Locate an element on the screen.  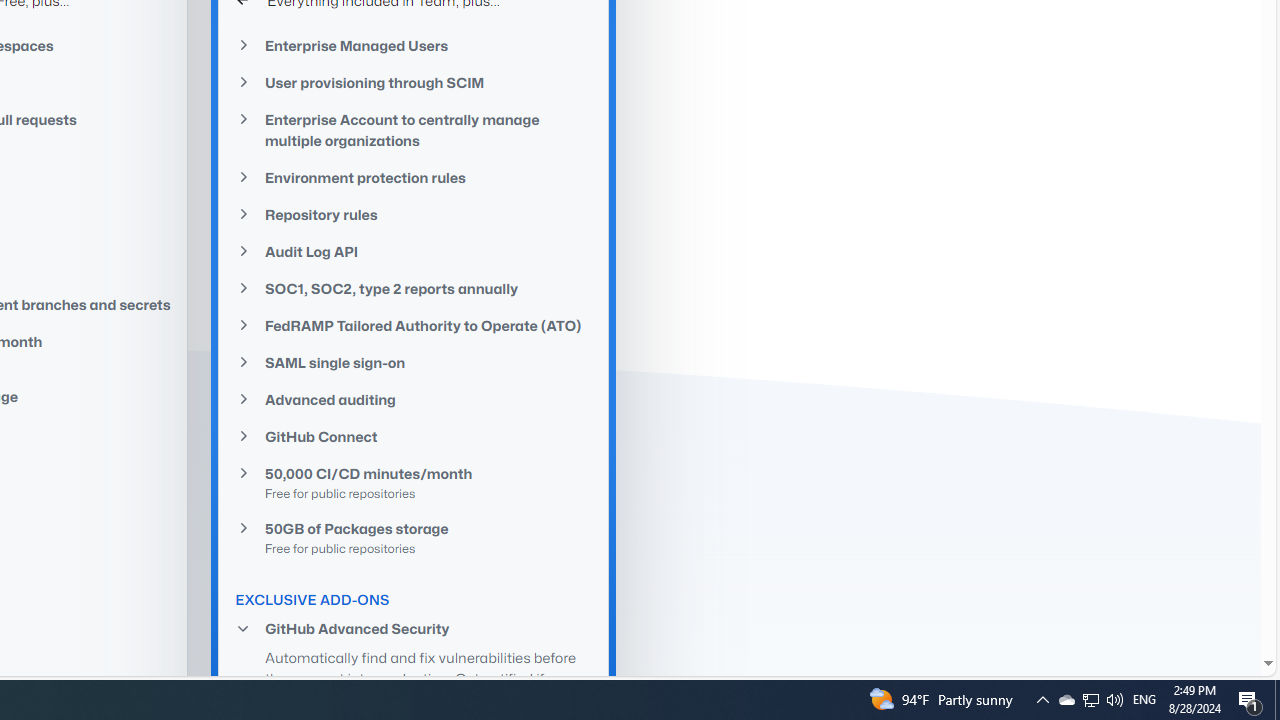
'Advanced auditing' is located at coordinates (413, 399).